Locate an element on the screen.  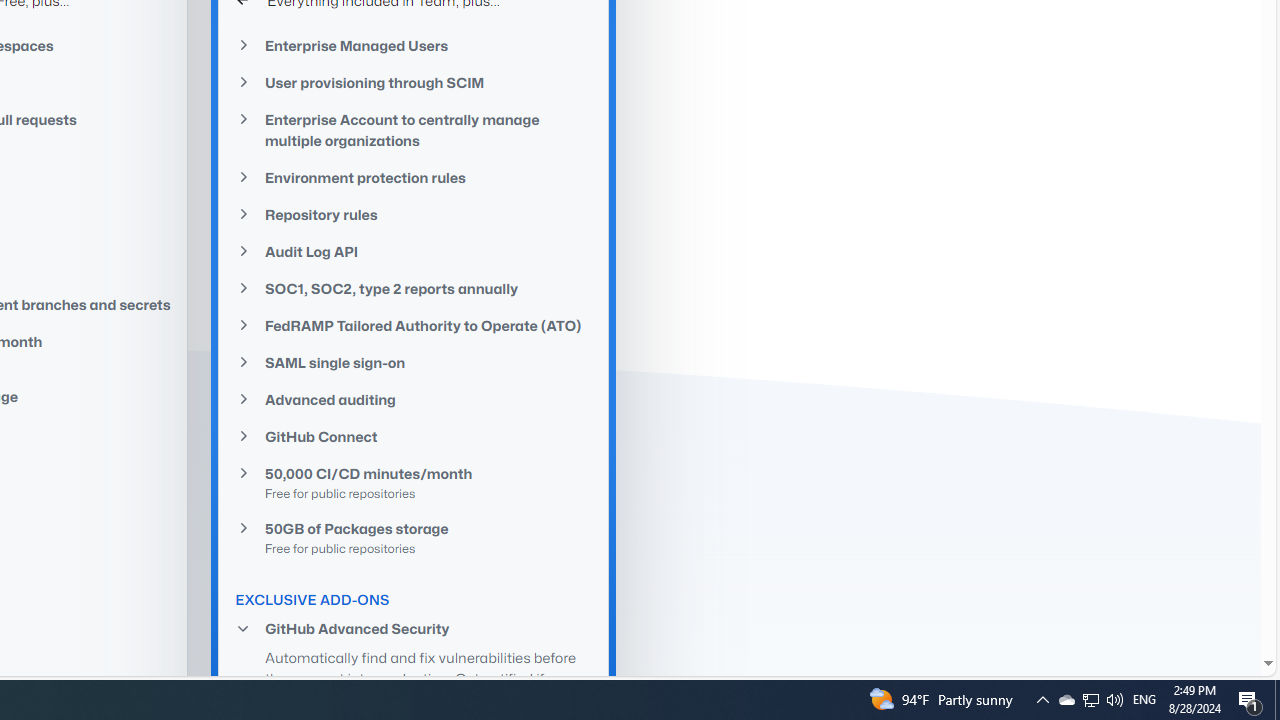
'Advanced auditing' is located at coordinates (413, 399).